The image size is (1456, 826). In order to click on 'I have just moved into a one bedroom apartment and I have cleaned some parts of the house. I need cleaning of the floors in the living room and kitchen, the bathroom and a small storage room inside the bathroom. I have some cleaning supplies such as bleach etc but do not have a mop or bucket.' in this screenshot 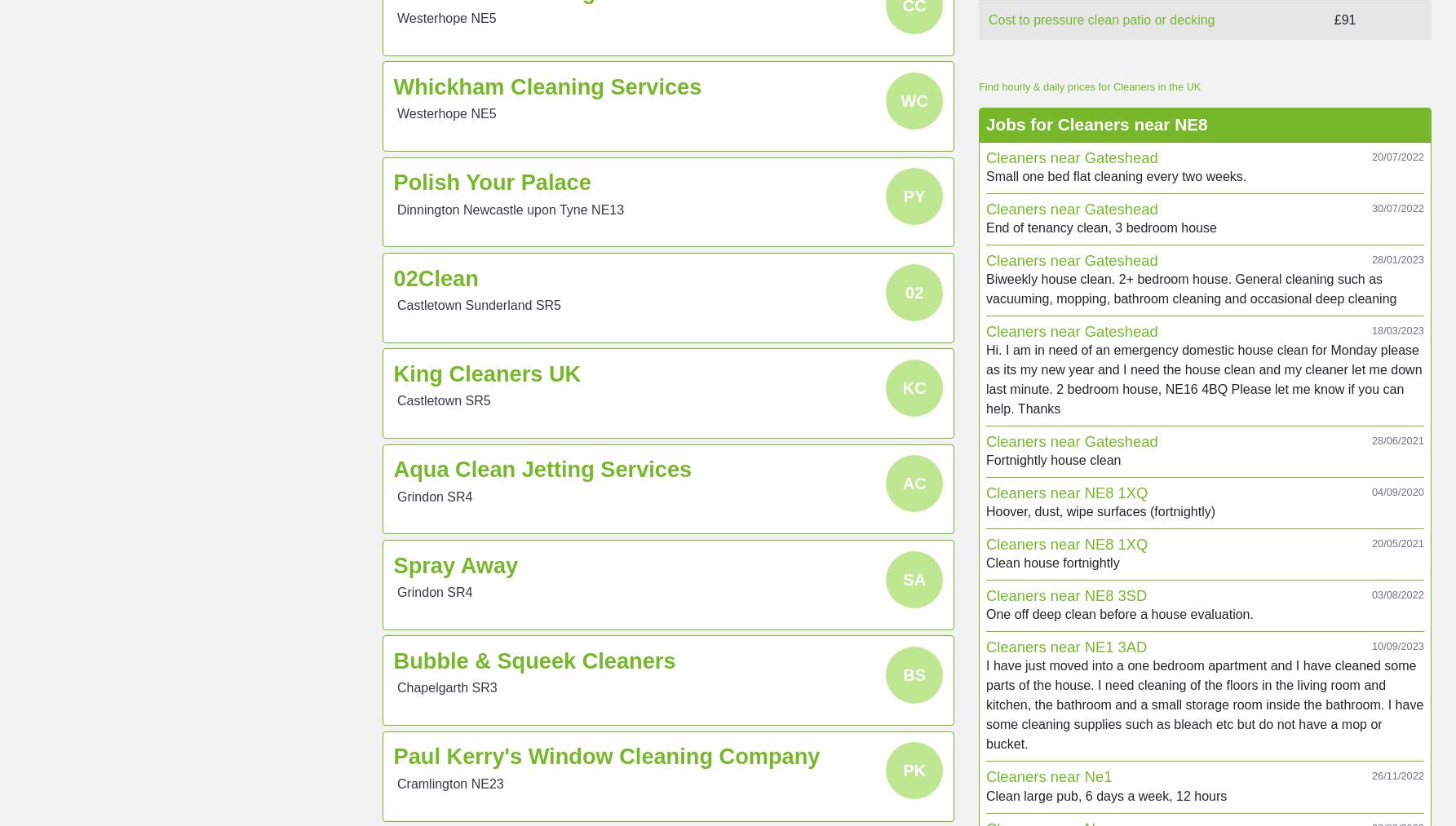, I will do `click(1204, 704)`.